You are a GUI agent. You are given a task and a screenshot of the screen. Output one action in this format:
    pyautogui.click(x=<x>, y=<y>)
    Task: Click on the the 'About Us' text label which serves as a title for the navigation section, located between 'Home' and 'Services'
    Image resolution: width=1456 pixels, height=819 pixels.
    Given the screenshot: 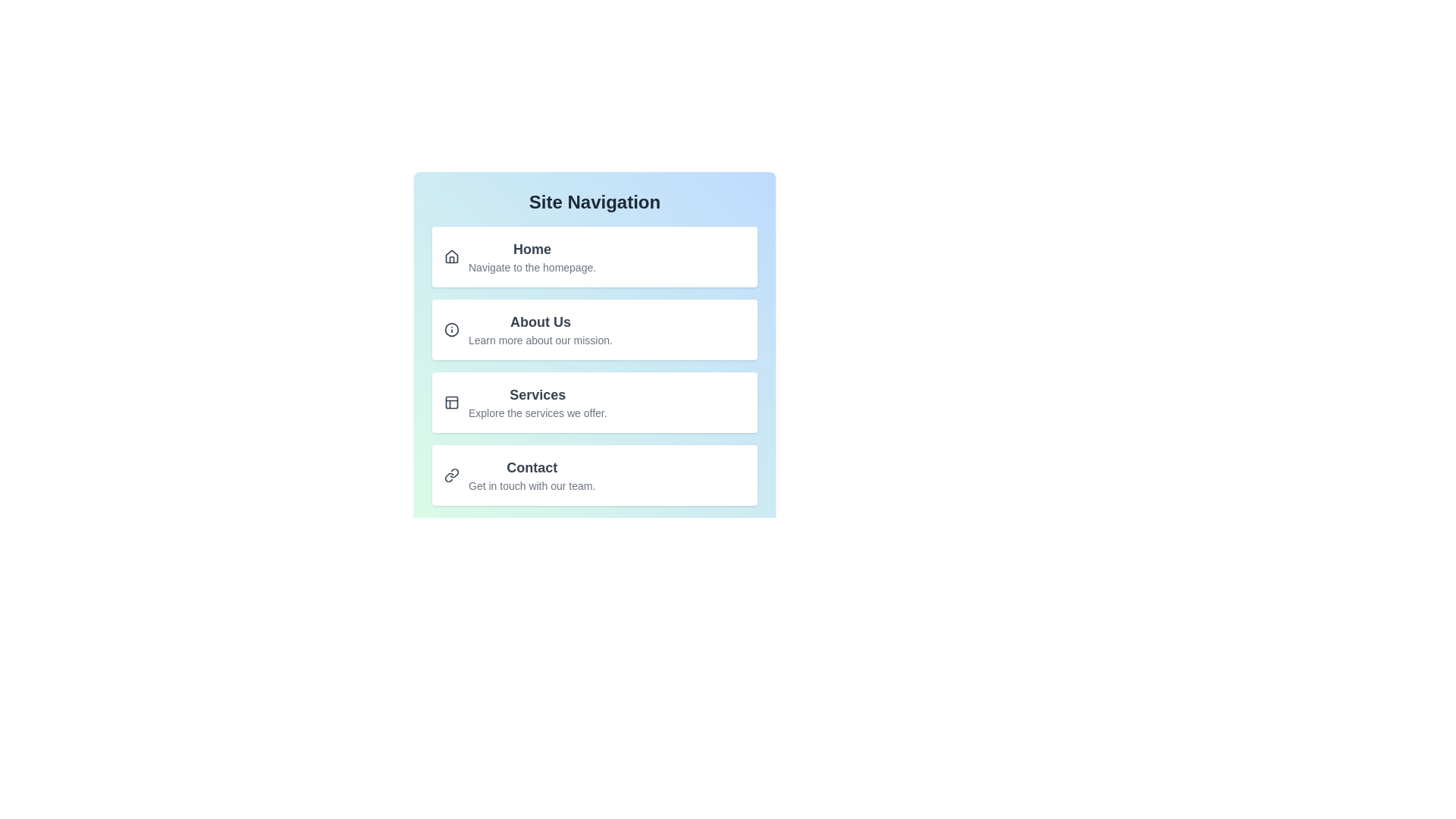 What is the action you would take?
    pyautogui.click(x=540, y=321)
    